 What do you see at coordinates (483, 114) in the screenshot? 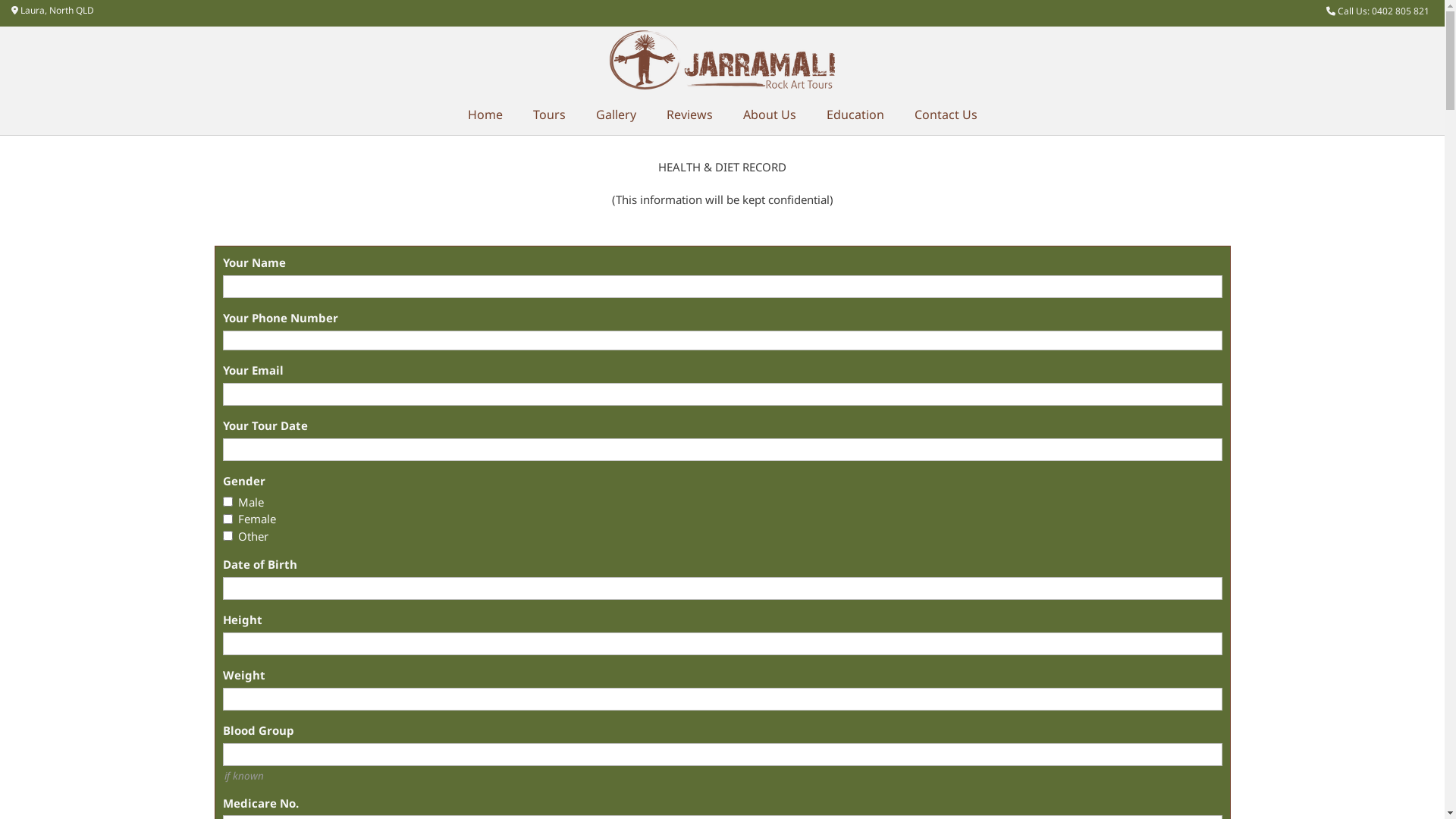
I see `'Home'` at bounding box center [483, 114].